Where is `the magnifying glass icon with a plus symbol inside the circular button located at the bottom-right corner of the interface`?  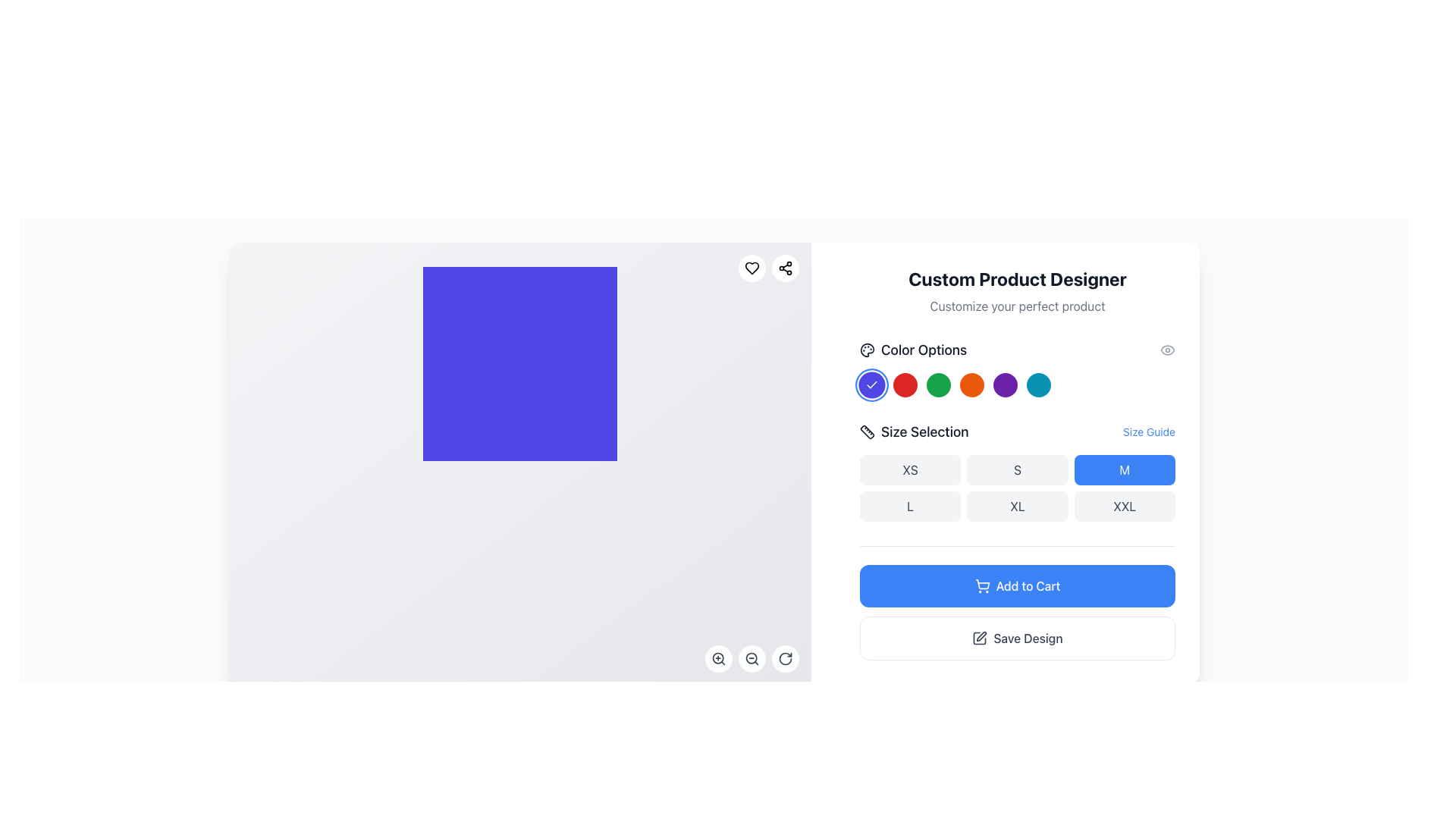
the magnifying glass icon with a plus symbol inside the circular button located at the bottom-right corner of the interface is located at coordinates (718, 657).